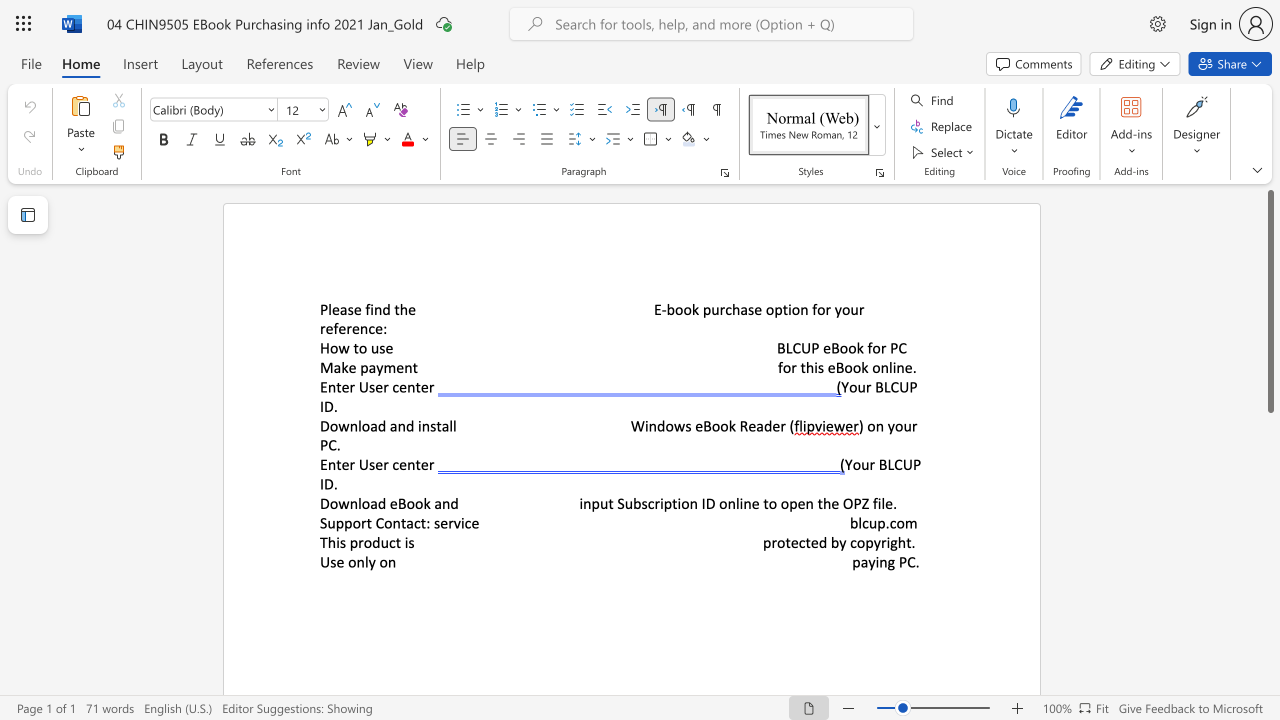  What do you see at coordinates (369, 464) in the screenshot?
I see `the subset text "ser c" within the text "Enter User center"` at bounding box center [369, 464].